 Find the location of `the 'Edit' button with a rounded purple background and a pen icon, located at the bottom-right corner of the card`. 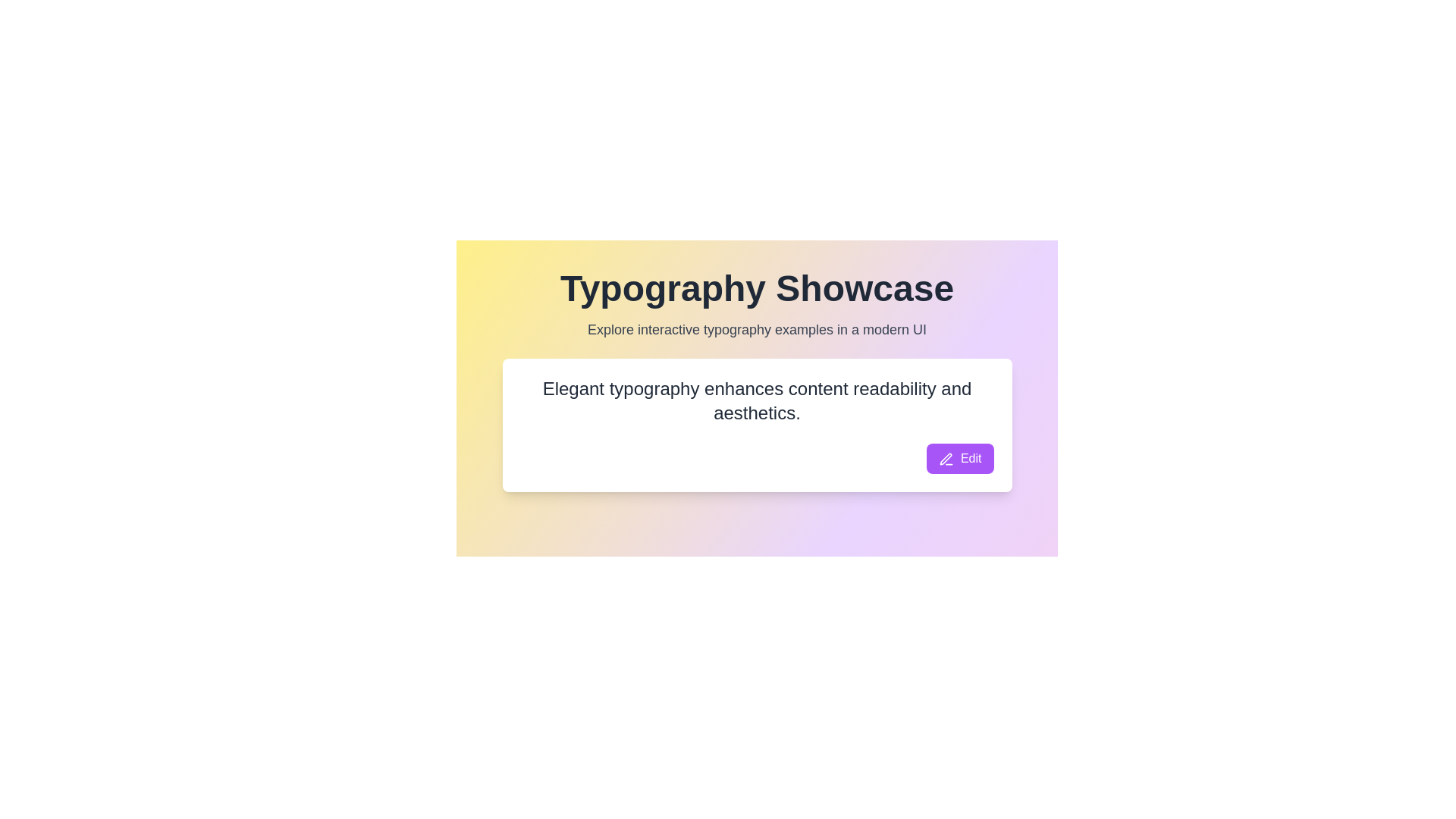

the 'Edit' button with a rounded purple background and a pen icon, located at the bottom-right corner of the card is located at coordinates (959, 458).